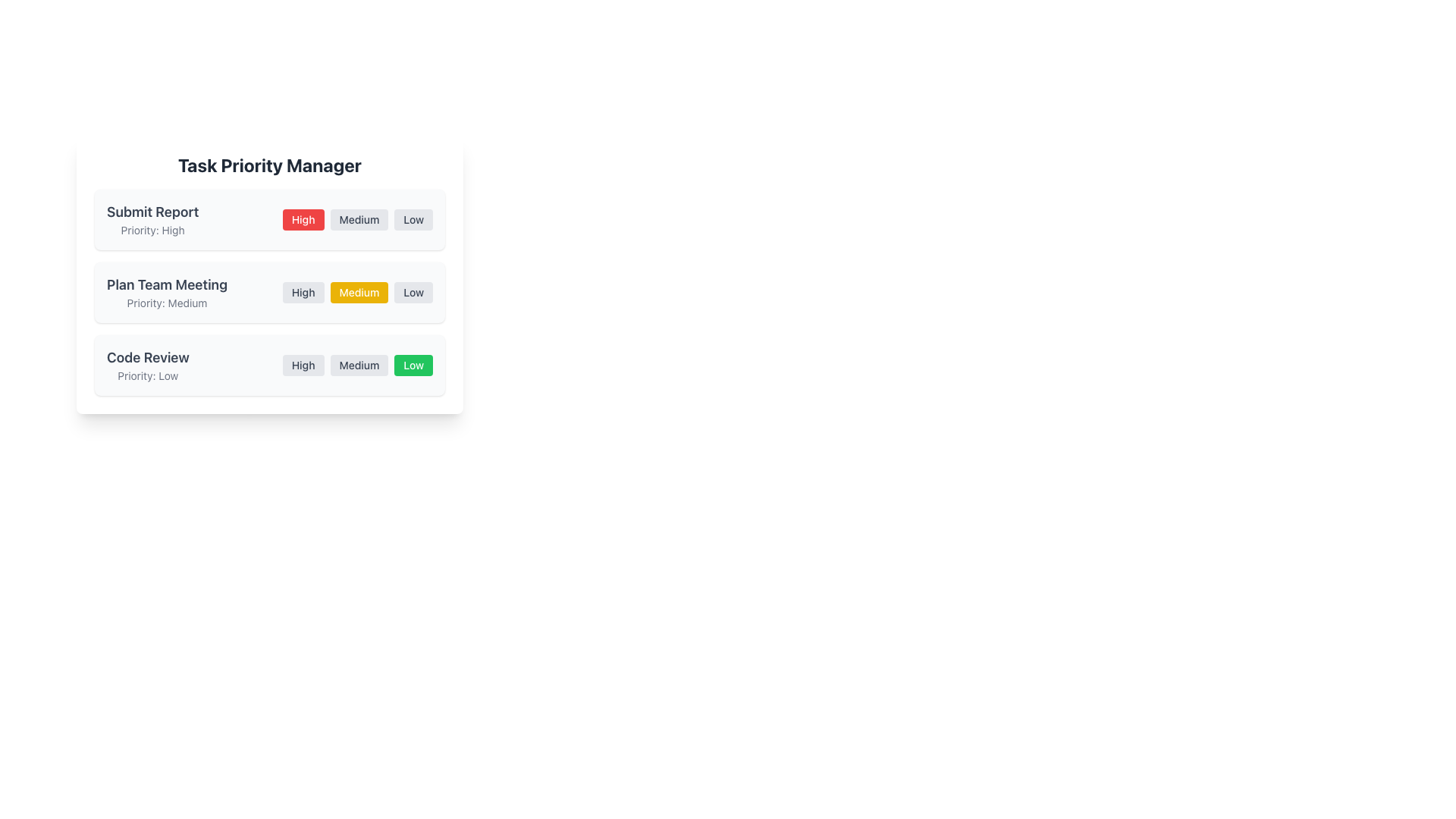 The image size is (1456, 819). I want to click on the 'Low' button, so click(413, 366).